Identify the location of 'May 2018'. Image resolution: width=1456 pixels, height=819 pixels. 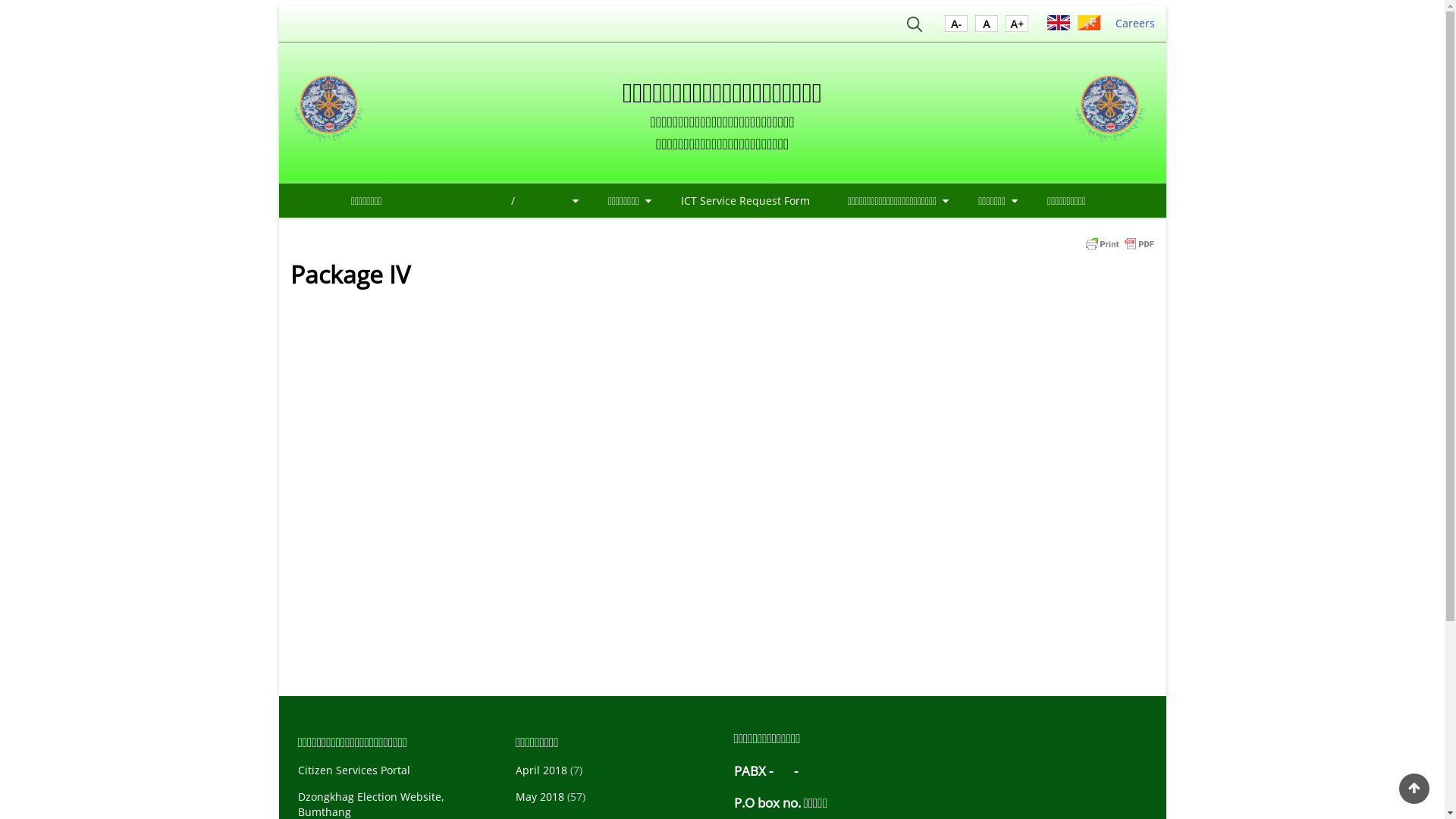
(539, 795).